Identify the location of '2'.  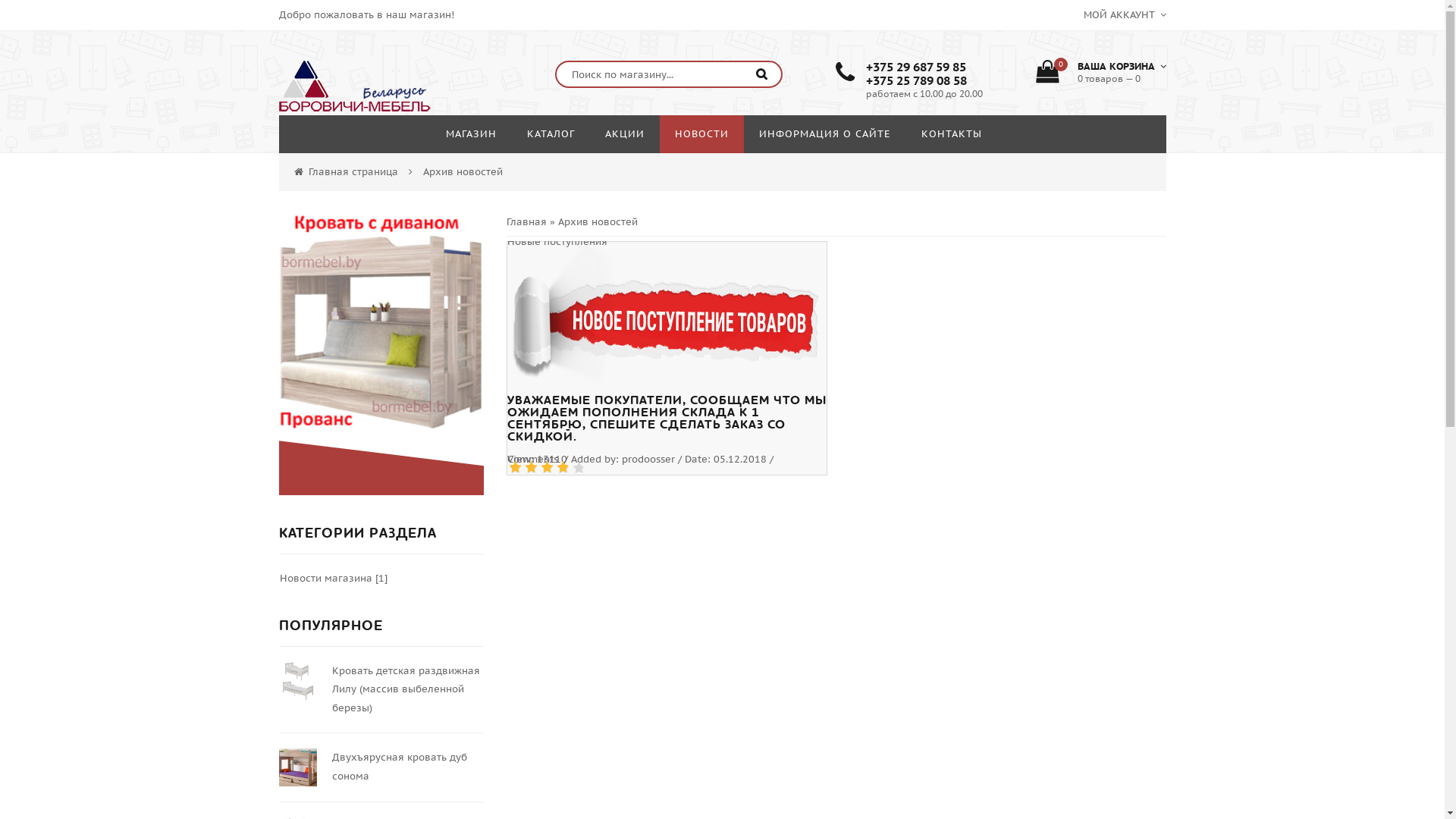
(530, 466).